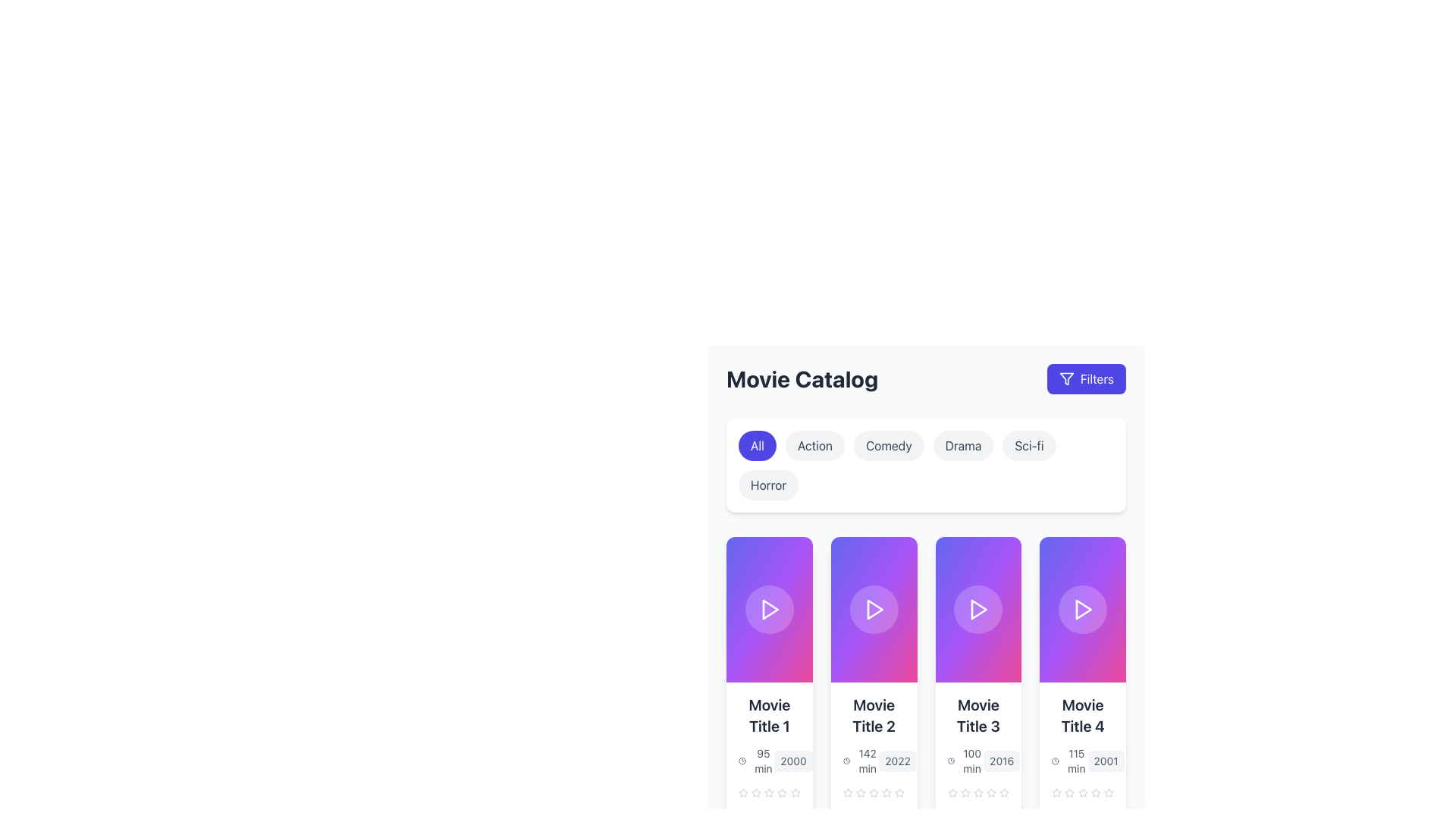  I want to click on the rounded rectangular button with a purple-blue background and white text reading 'All', so click(757, 444).